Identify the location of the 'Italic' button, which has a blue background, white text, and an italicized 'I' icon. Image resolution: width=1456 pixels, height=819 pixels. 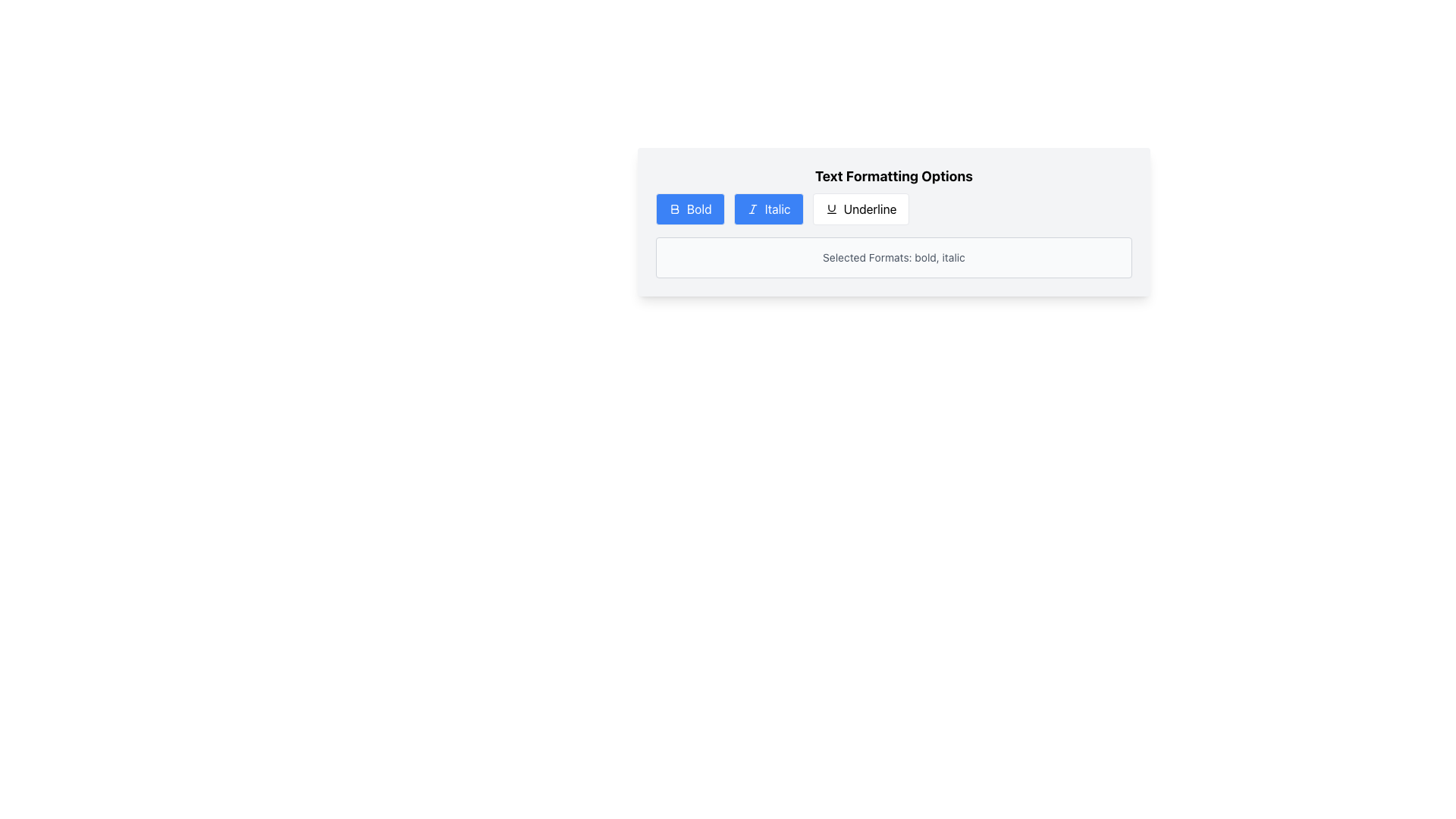
(768, 209).